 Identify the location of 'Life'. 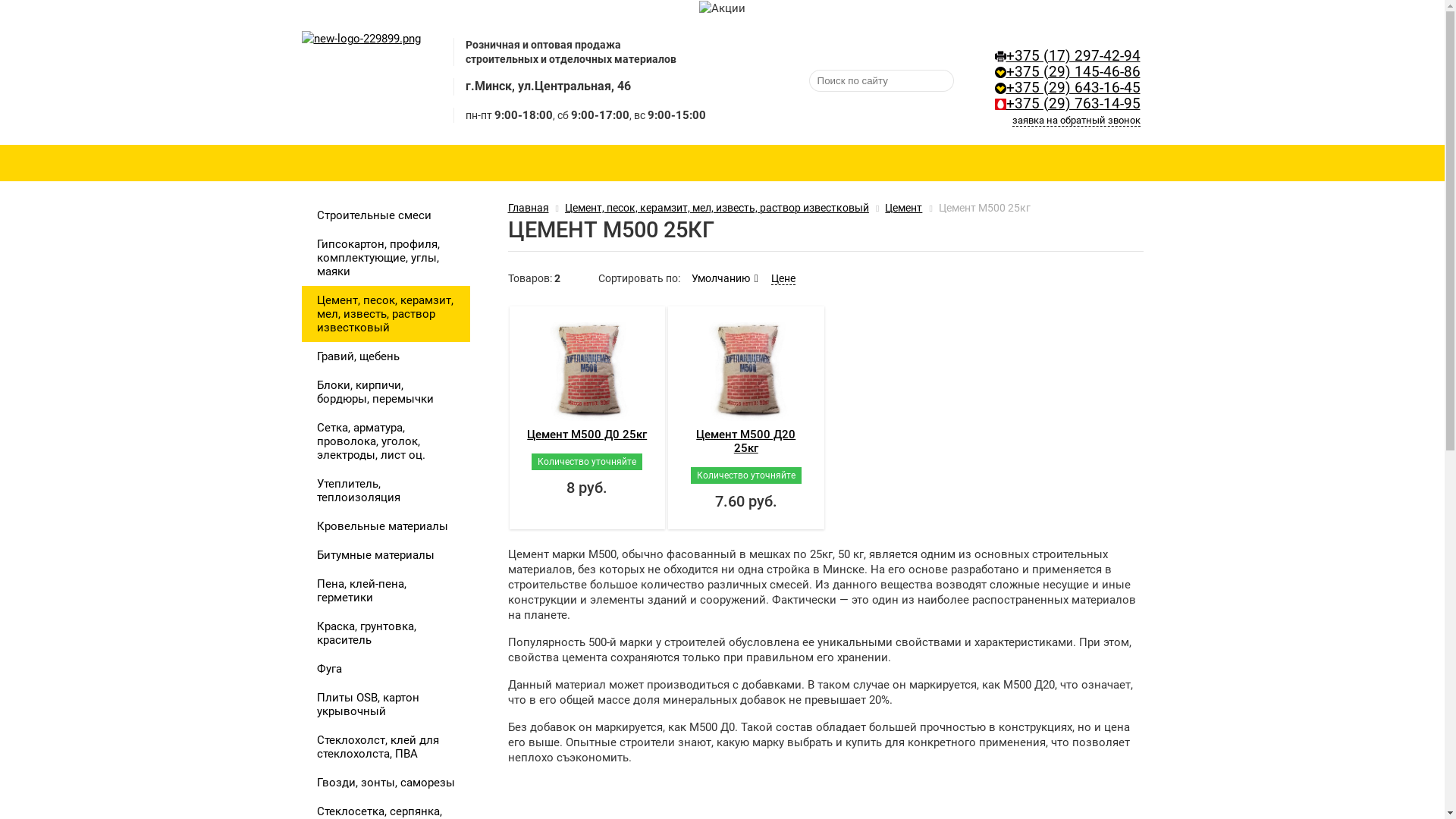
(1000, 103).